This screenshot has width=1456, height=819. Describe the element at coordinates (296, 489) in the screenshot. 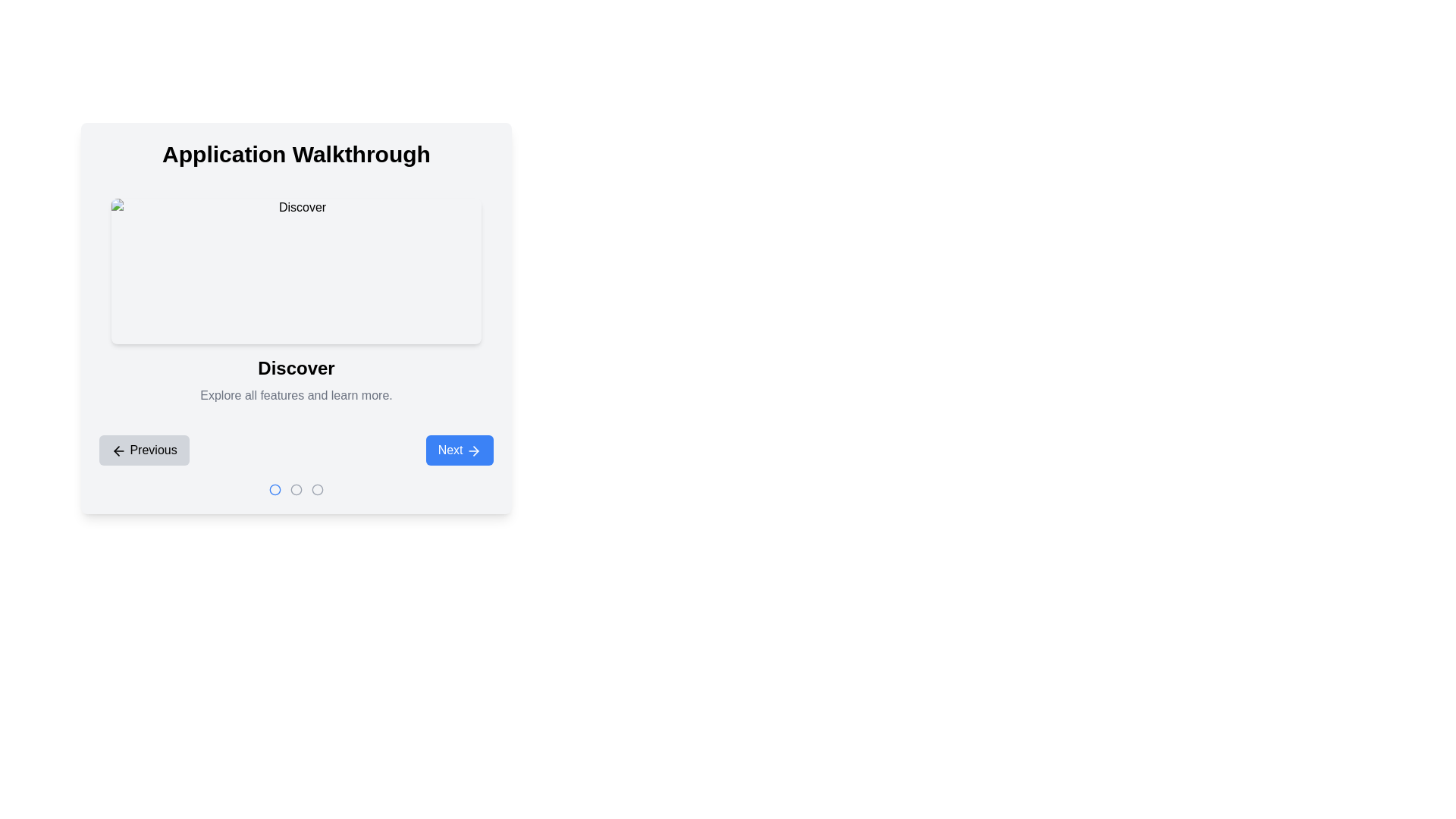

I see `the second circular Indicator icon with a gray outline located at the bottom center of the interface` at that location.